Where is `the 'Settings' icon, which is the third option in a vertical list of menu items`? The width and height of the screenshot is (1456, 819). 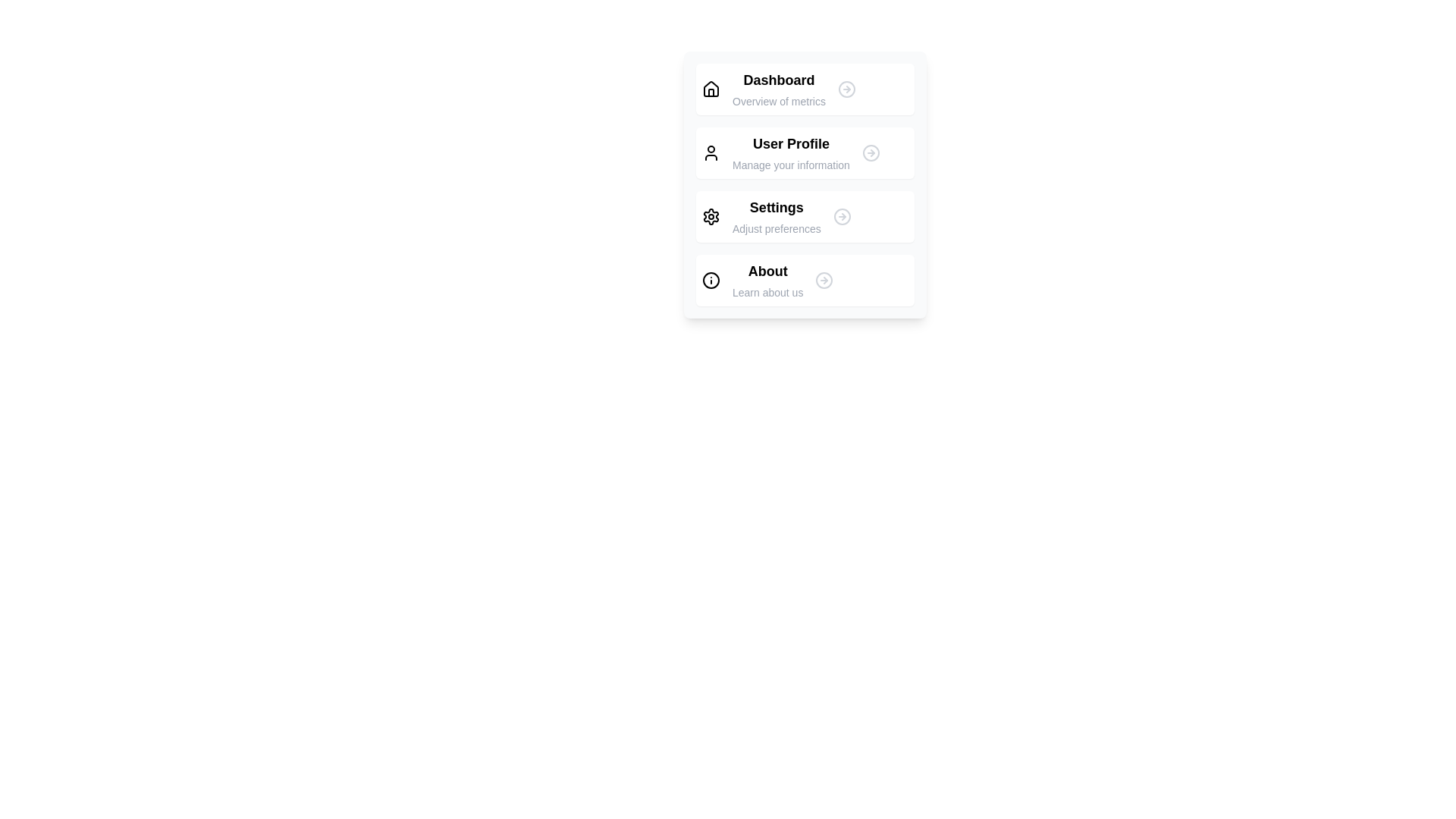
the 'Settings' icon, which is the third option in a vertical list of menu items is located at coordinates (710, 216).